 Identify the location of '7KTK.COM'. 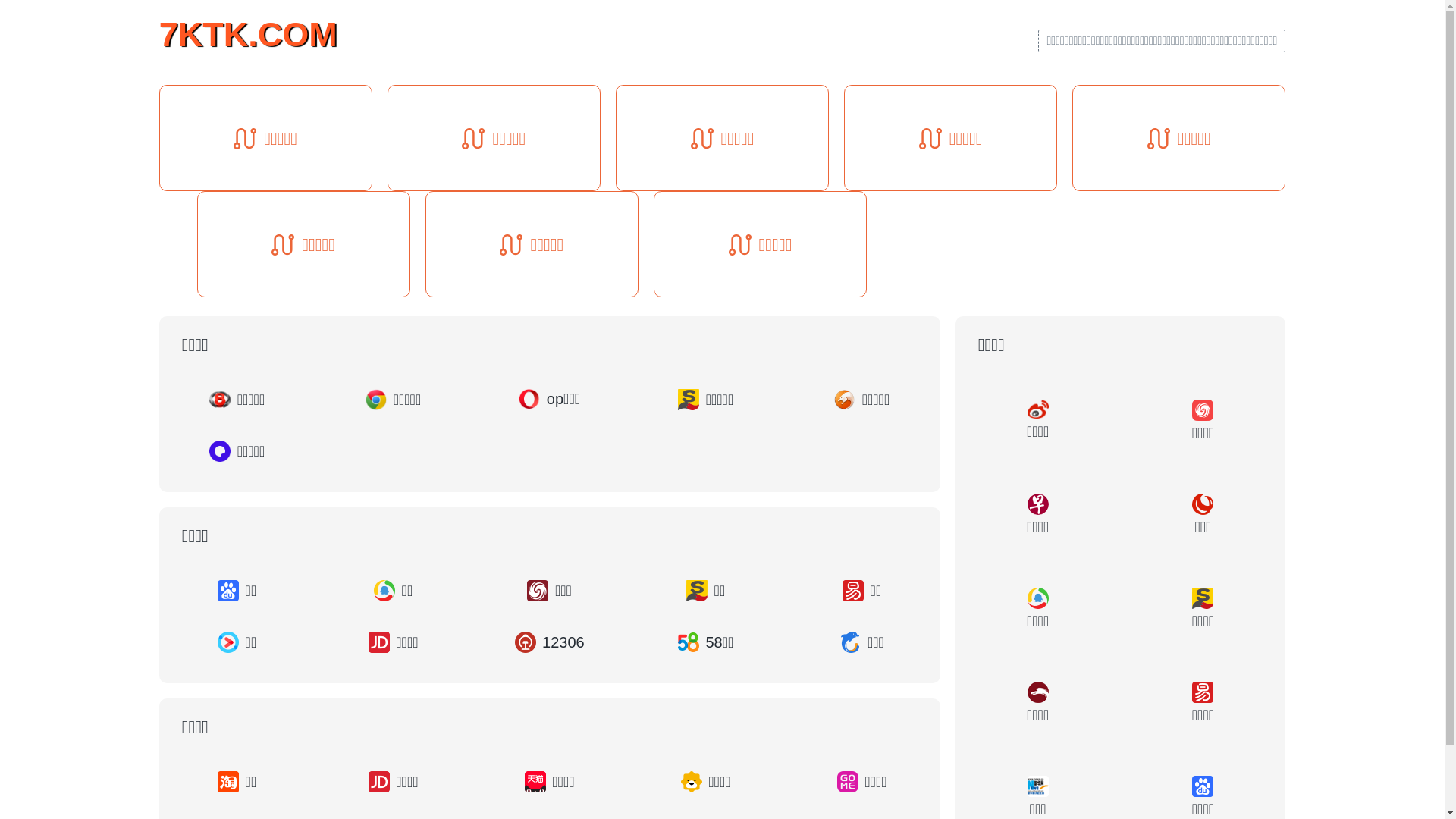
(248, 33).